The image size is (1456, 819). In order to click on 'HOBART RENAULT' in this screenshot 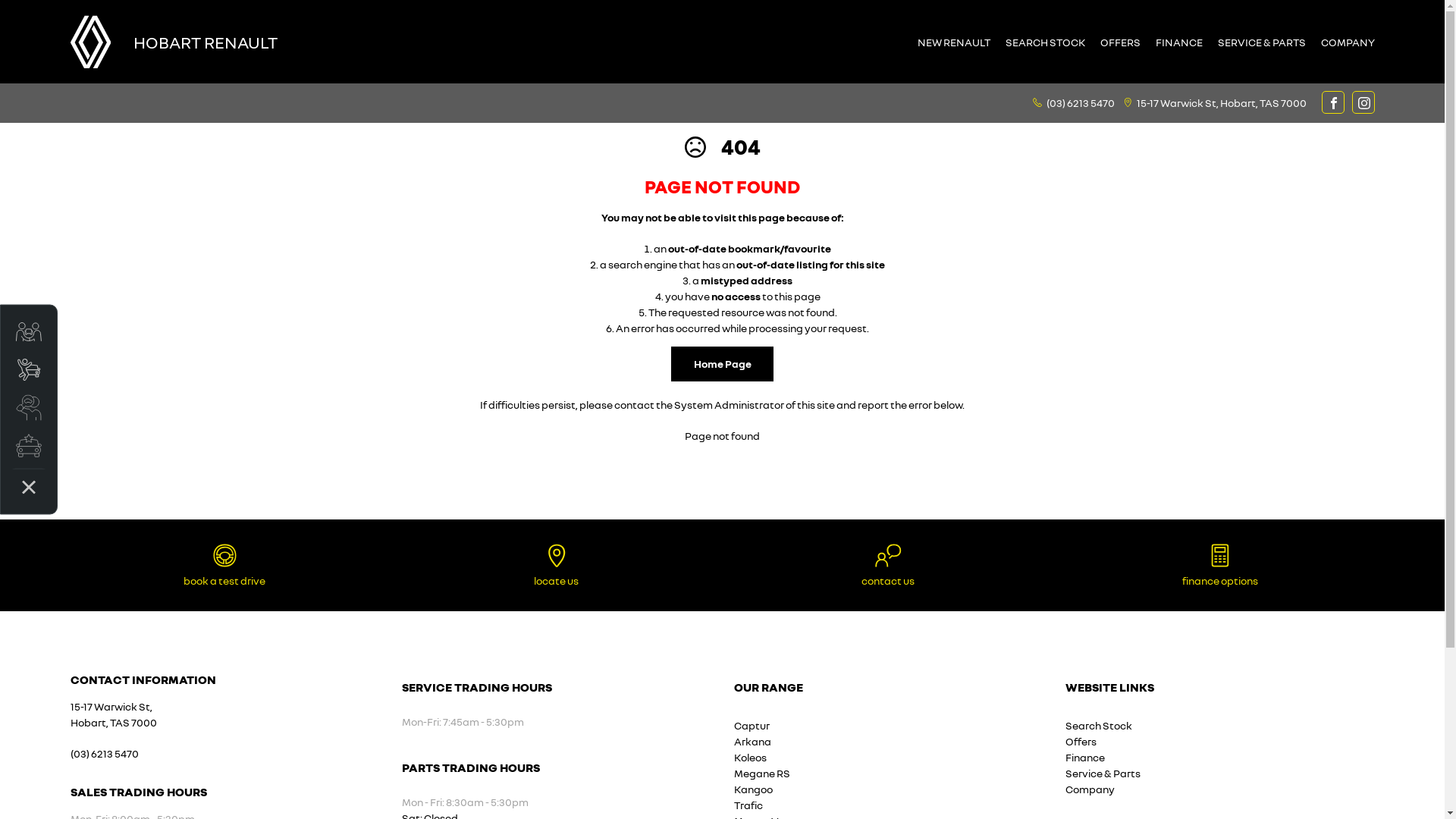, I will do `click(133, 40)`.